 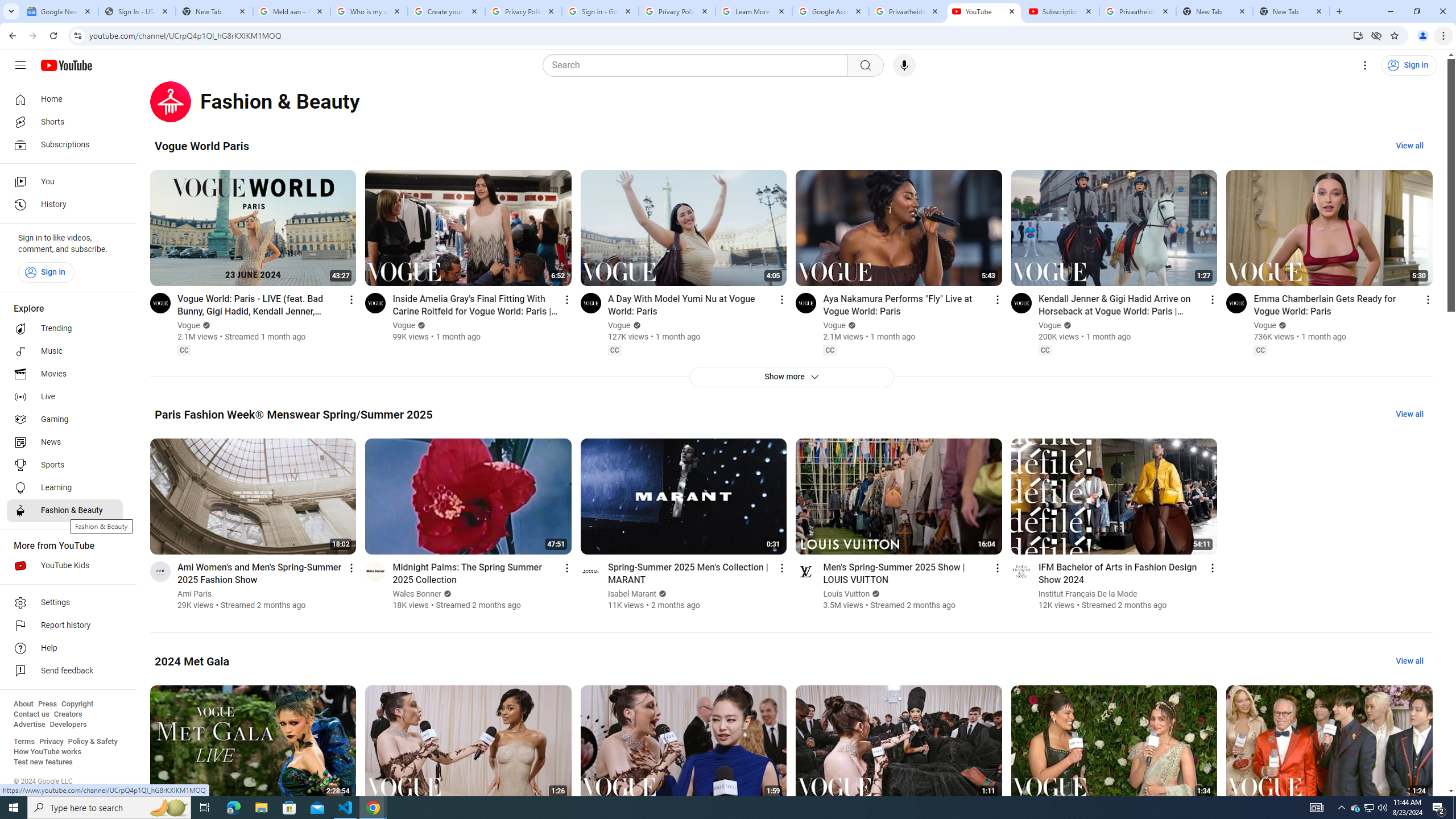 What do you see at coordinates (1061, 11) in the screenshot?
I see `'Subscriptions - YouTube'` at bounding box center [1061, 11].